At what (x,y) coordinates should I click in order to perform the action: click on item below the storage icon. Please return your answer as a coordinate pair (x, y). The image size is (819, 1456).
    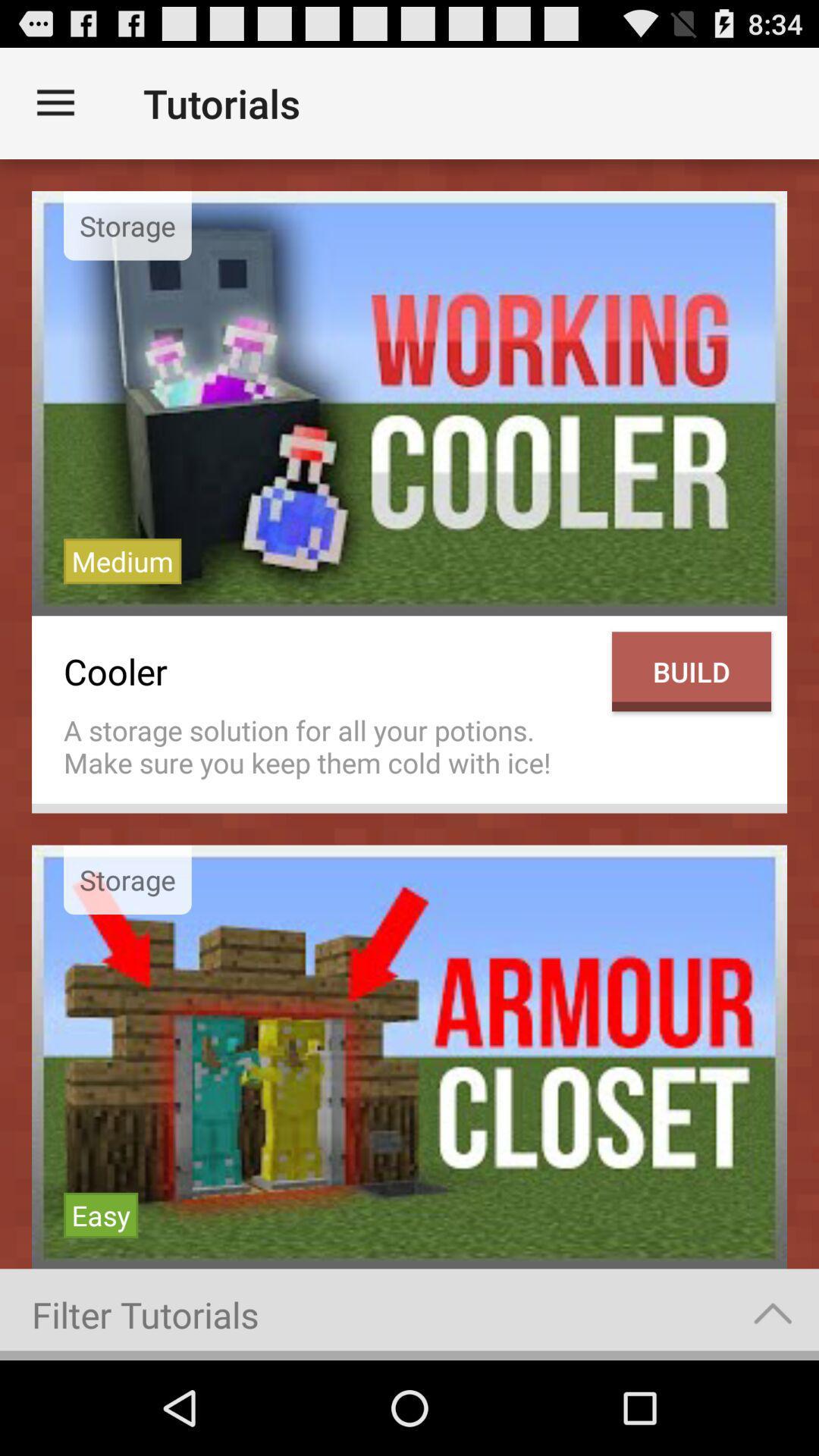
    Looking at the image, I should click on (121, 560).